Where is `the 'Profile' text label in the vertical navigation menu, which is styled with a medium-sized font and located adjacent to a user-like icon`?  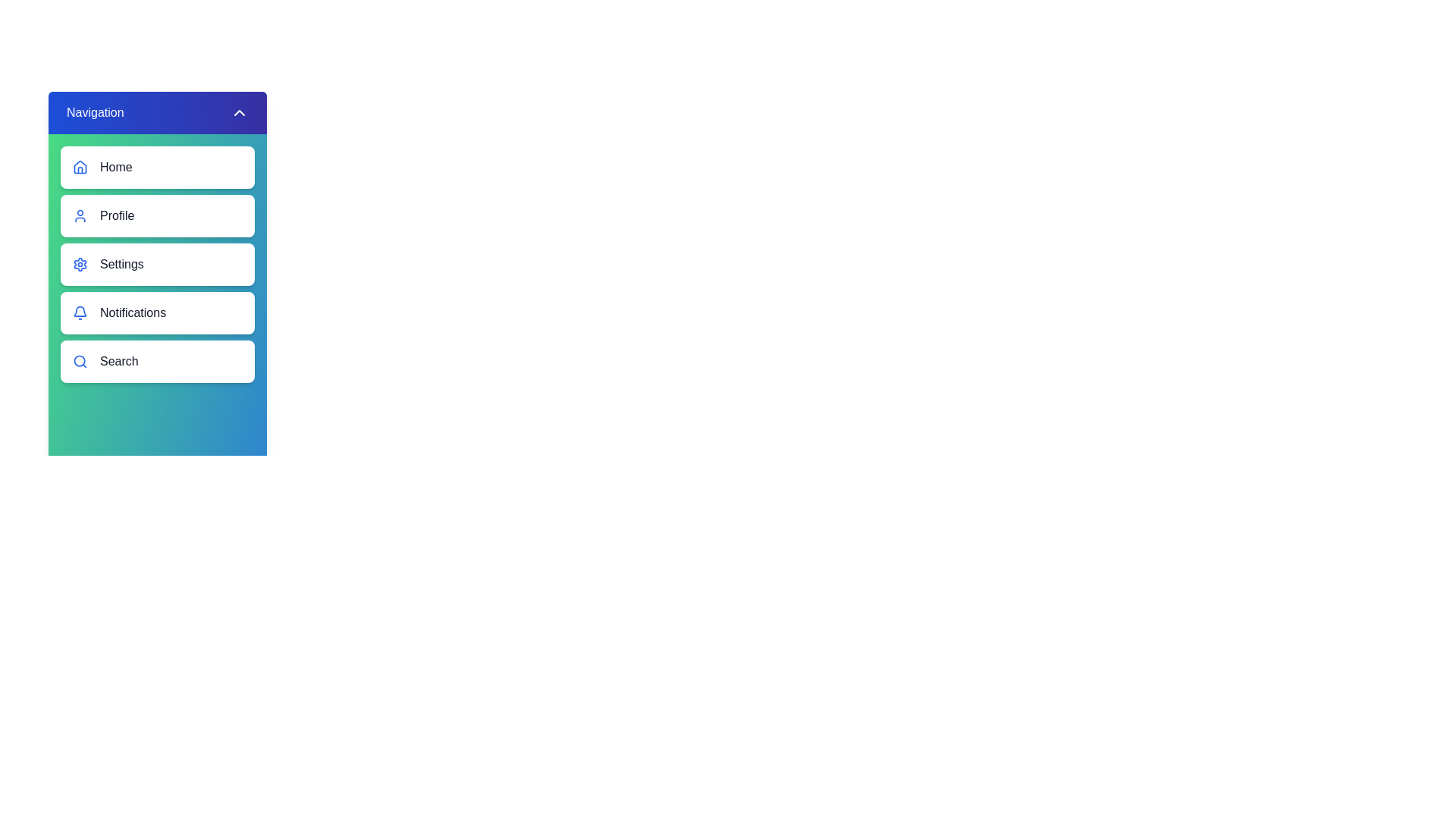
the 'Profile' text label in the vertical navigation menu, which is styled with a medium-sized font and located adjacent to a user-like icon is located at coordinates (116, 216).